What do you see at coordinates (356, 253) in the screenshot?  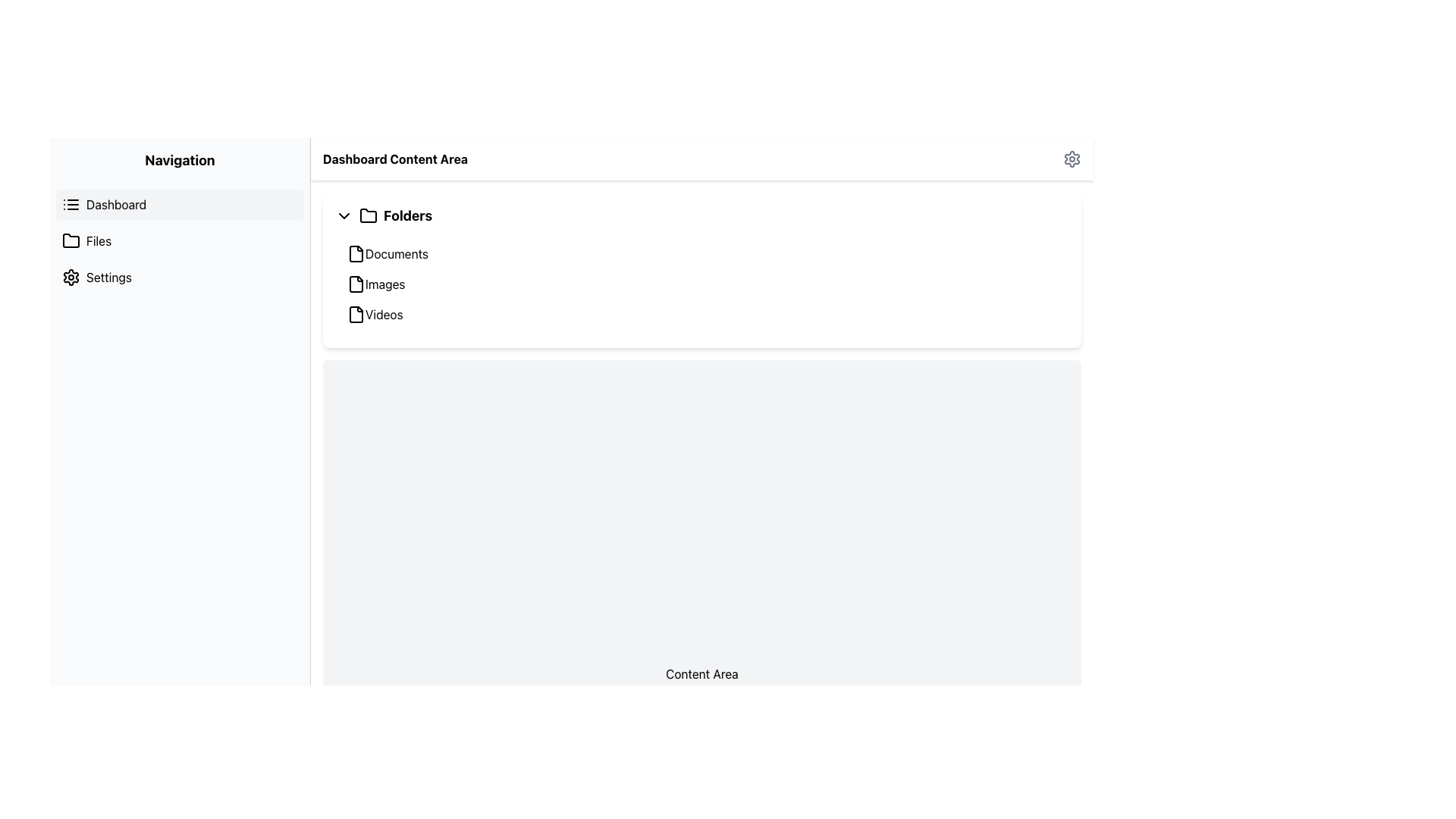 I see `the document icon in the 'Folders' section of the 'Dashboard Content Area' to potentially display related information` at bounding box center [356, 253].